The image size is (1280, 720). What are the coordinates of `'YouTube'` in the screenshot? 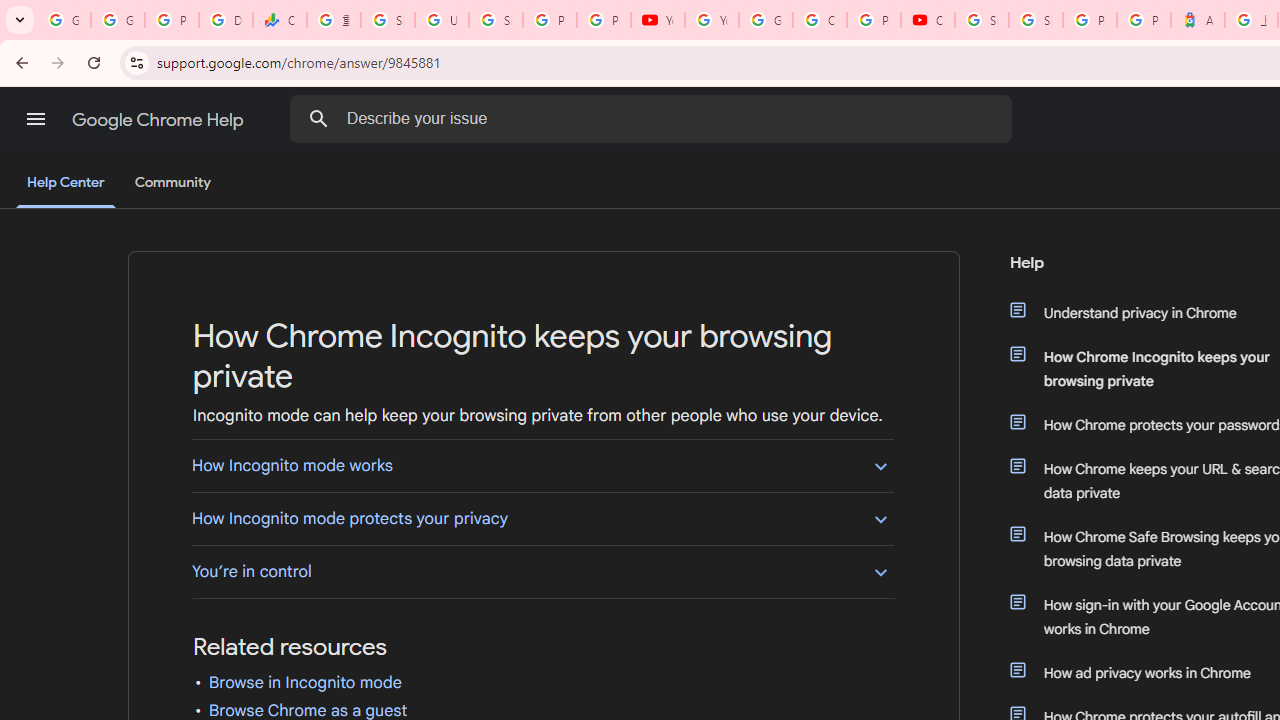 It's located at (657, 20).